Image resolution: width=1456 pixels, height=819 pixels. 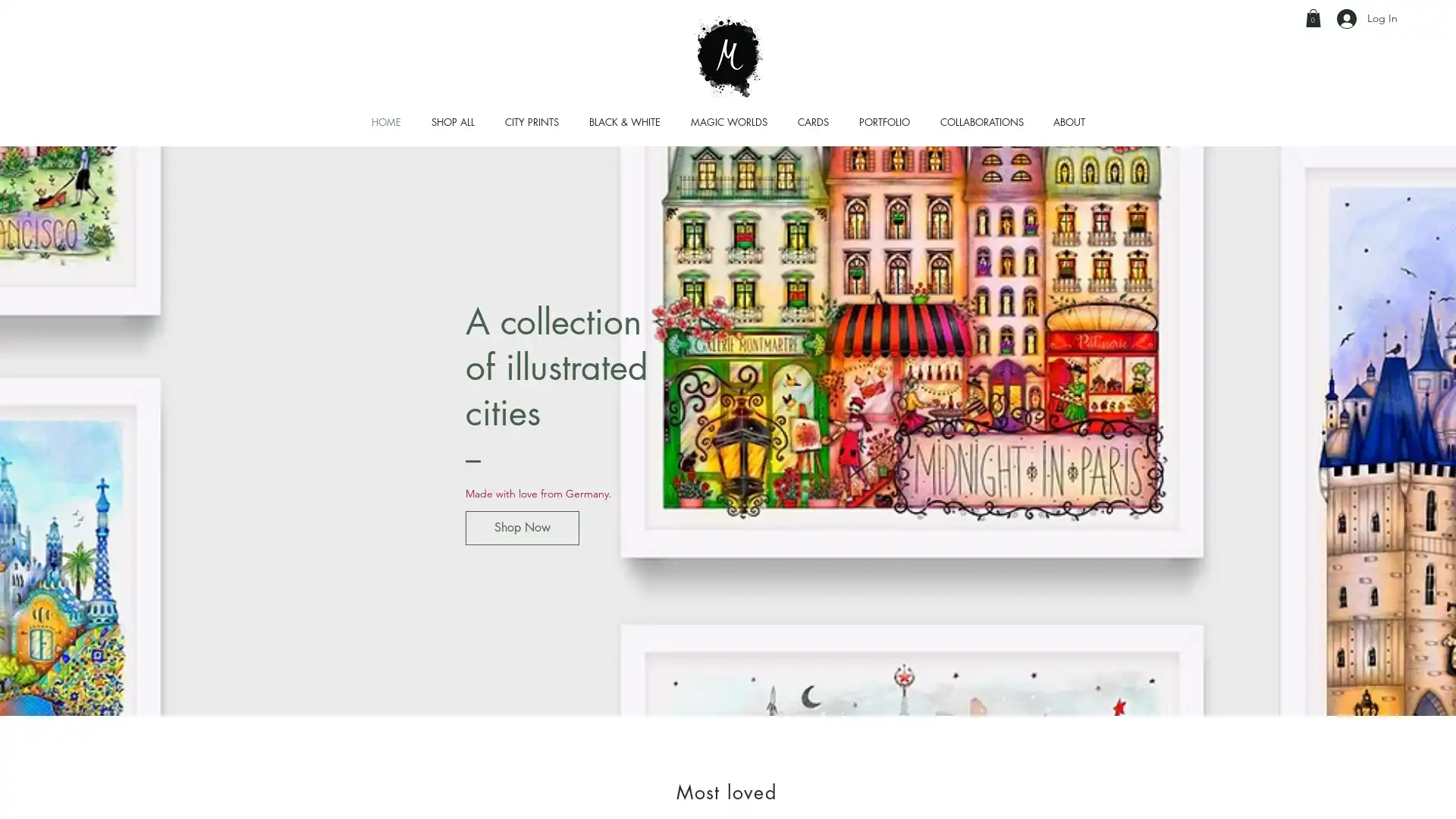 I want to click on Cart with 0 items, so click(x=1313, y=17).